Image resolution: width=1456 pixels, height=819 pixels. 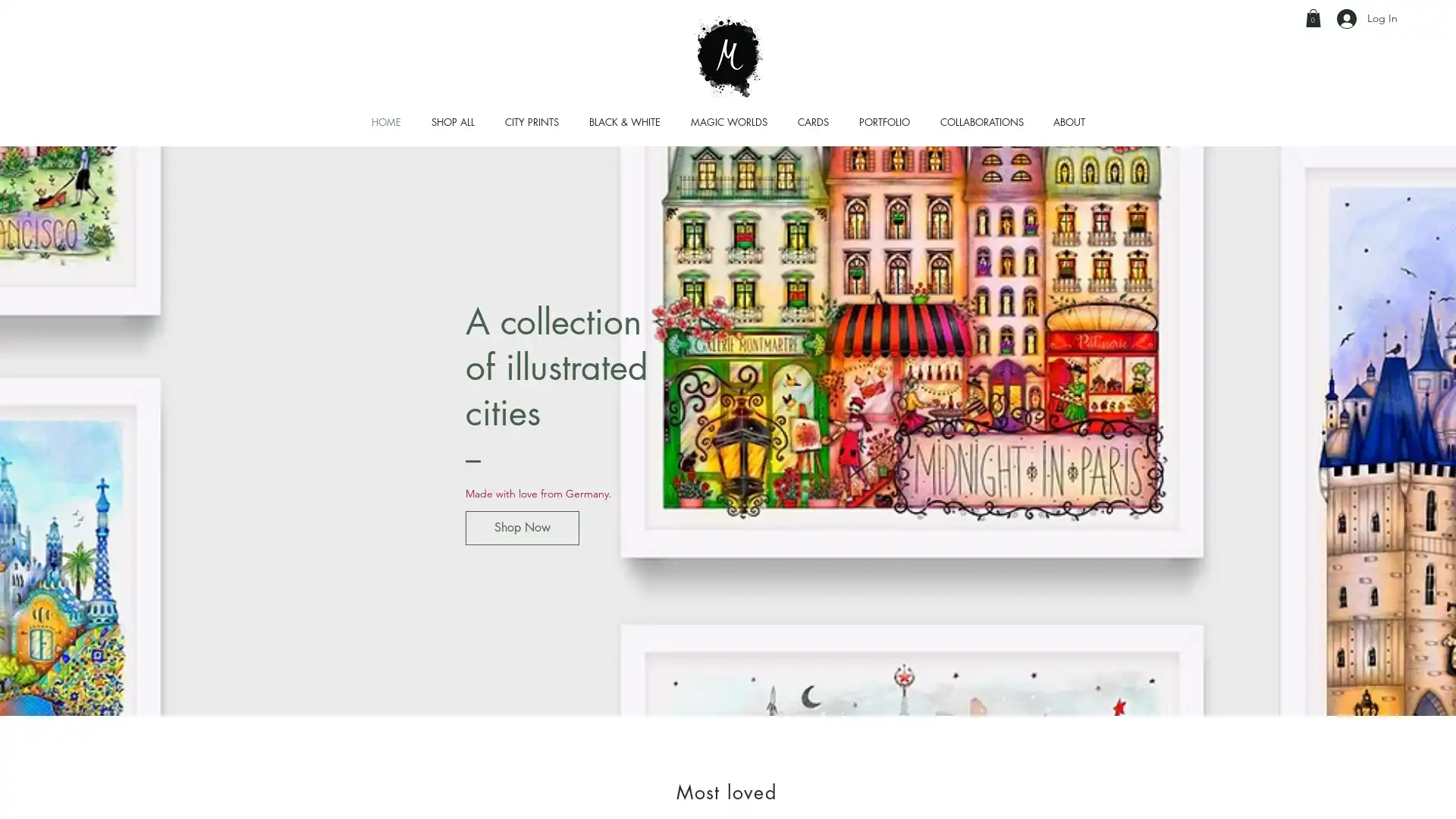 I want to click on Cart with 0 items, so click(x=1313, y=17).